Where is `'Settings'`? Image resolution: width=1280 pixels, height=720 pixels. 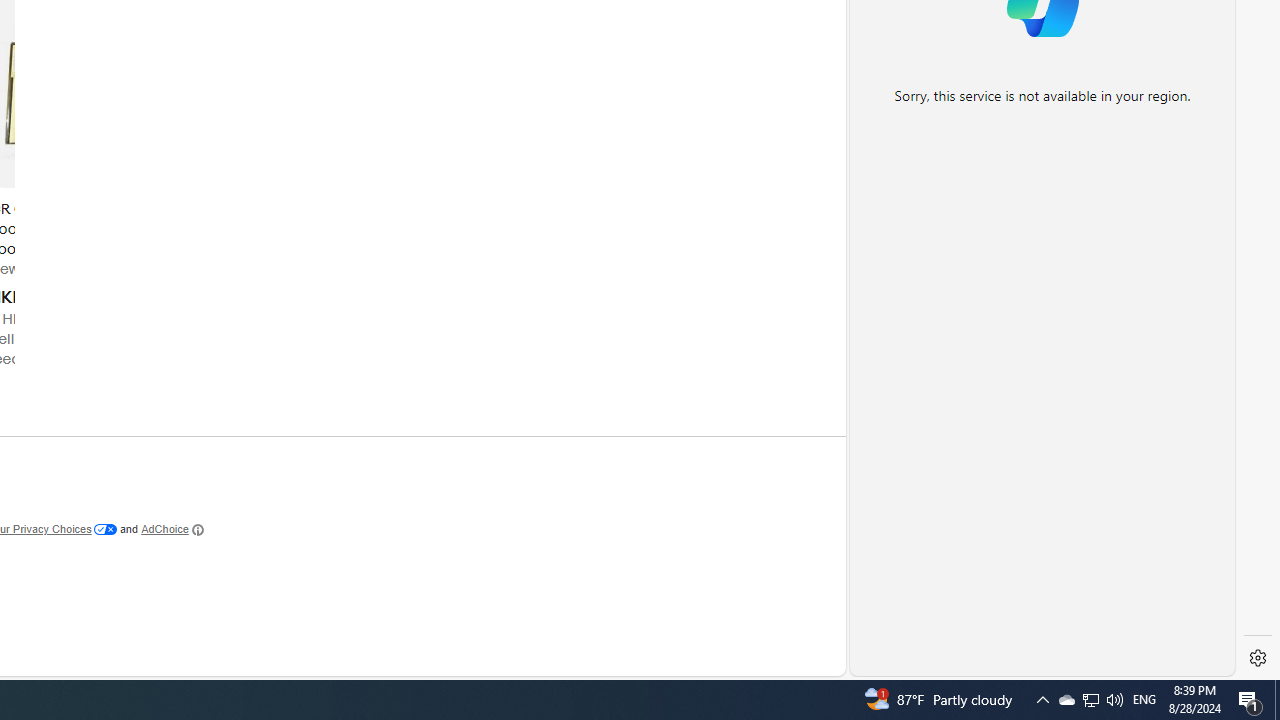
'Settings' is located at coordinates (1257, 658).